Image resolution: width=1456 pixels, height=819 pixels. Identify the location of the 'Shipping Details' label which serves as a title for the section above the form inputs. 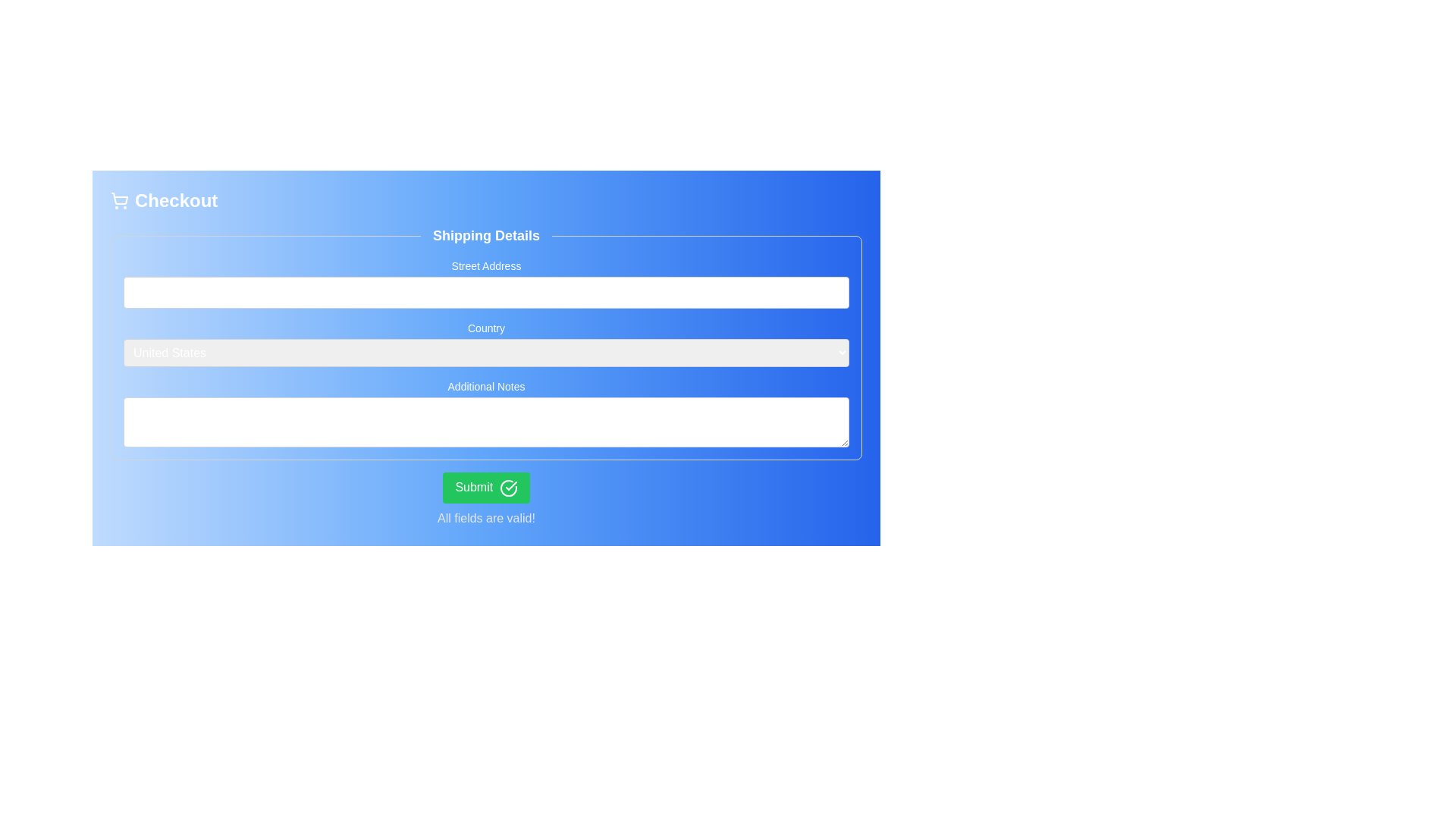
(486, 236).